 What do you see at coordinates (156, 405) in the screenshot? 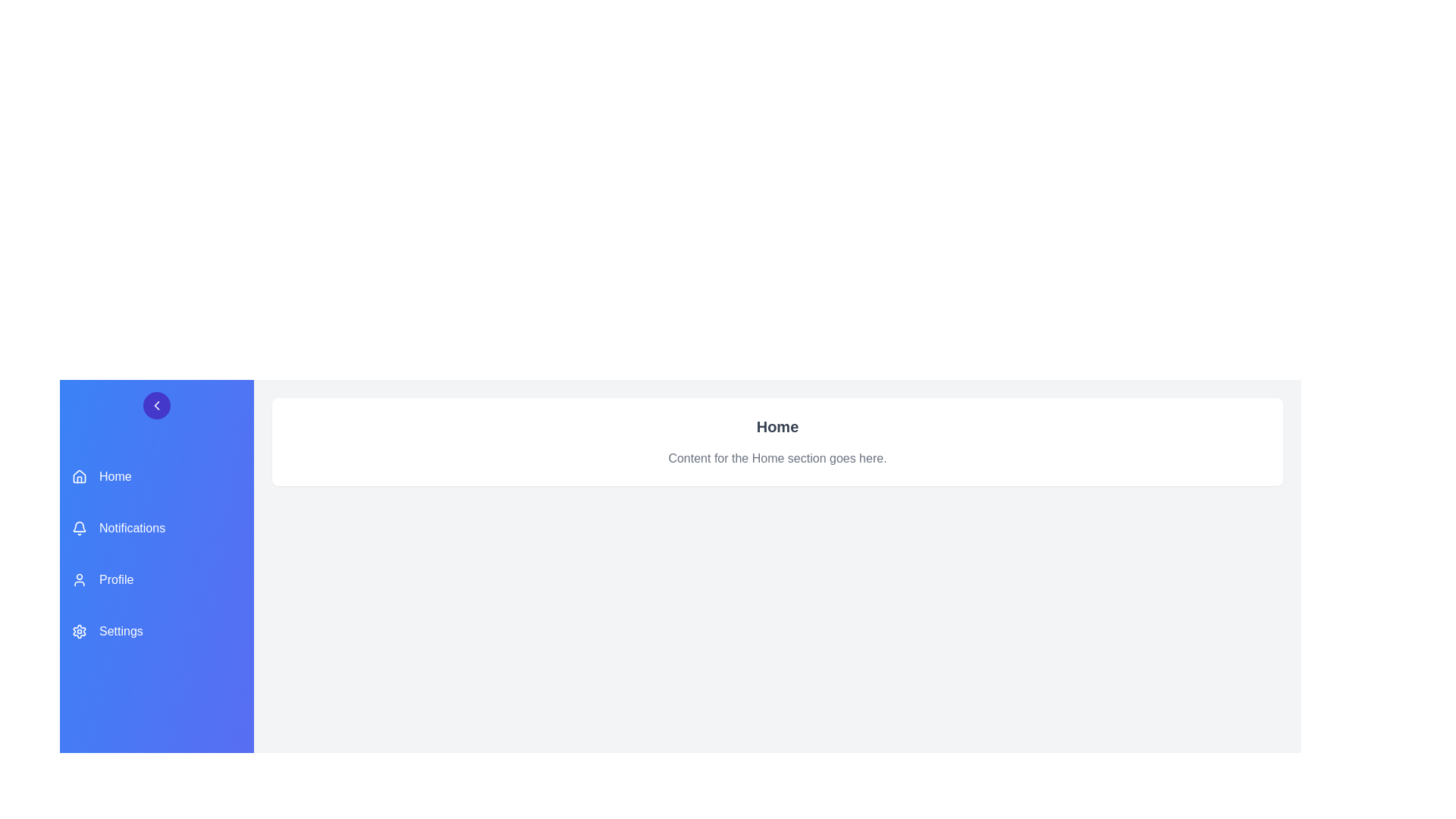
I see `the circular navigation button located at the top-left section of the sidebar to observe the hover effect` at bounding box center [156, 405].